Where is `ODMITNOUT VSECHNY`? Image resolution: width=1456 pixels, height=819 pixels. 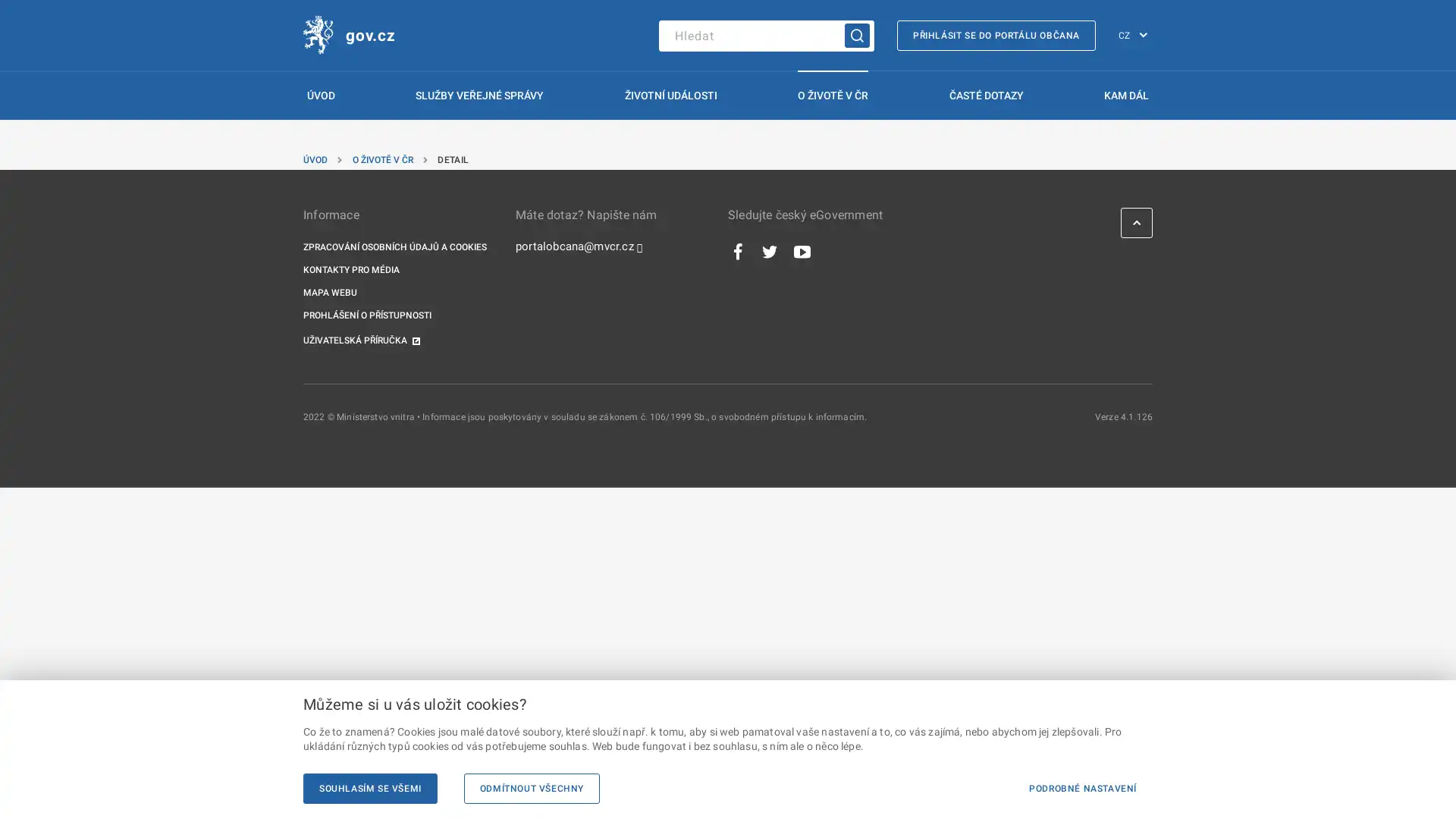
ODMITNOUT VSECHNY is located at coordinates (531, 788).